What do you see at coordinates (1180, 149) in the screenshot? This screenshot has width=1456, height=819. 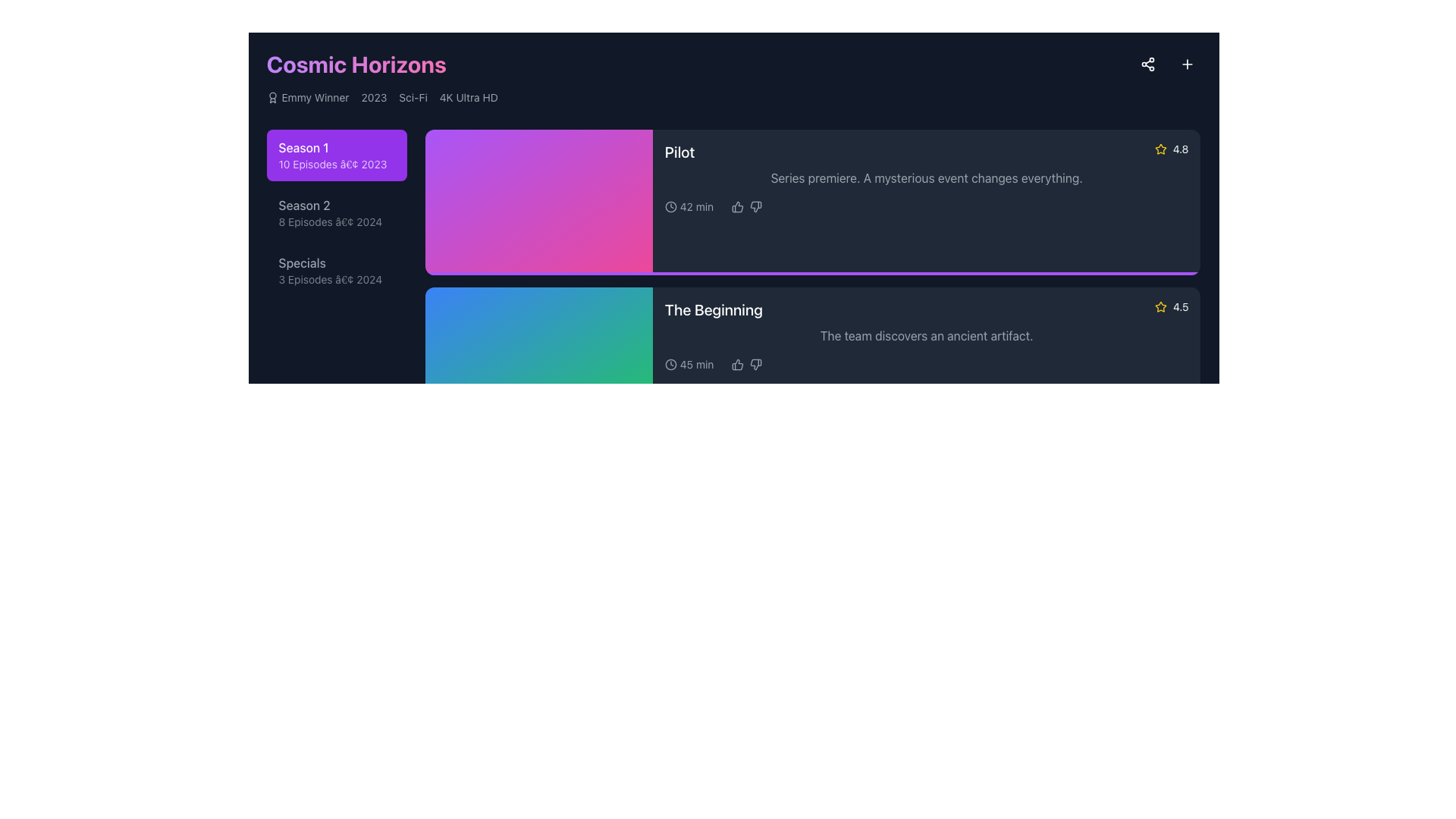 I see `the static text display showing a rating value of '4.8', located to the right of the yellow star icon in the top-right corner of the content episode card` at bounding box center [1180, 149].